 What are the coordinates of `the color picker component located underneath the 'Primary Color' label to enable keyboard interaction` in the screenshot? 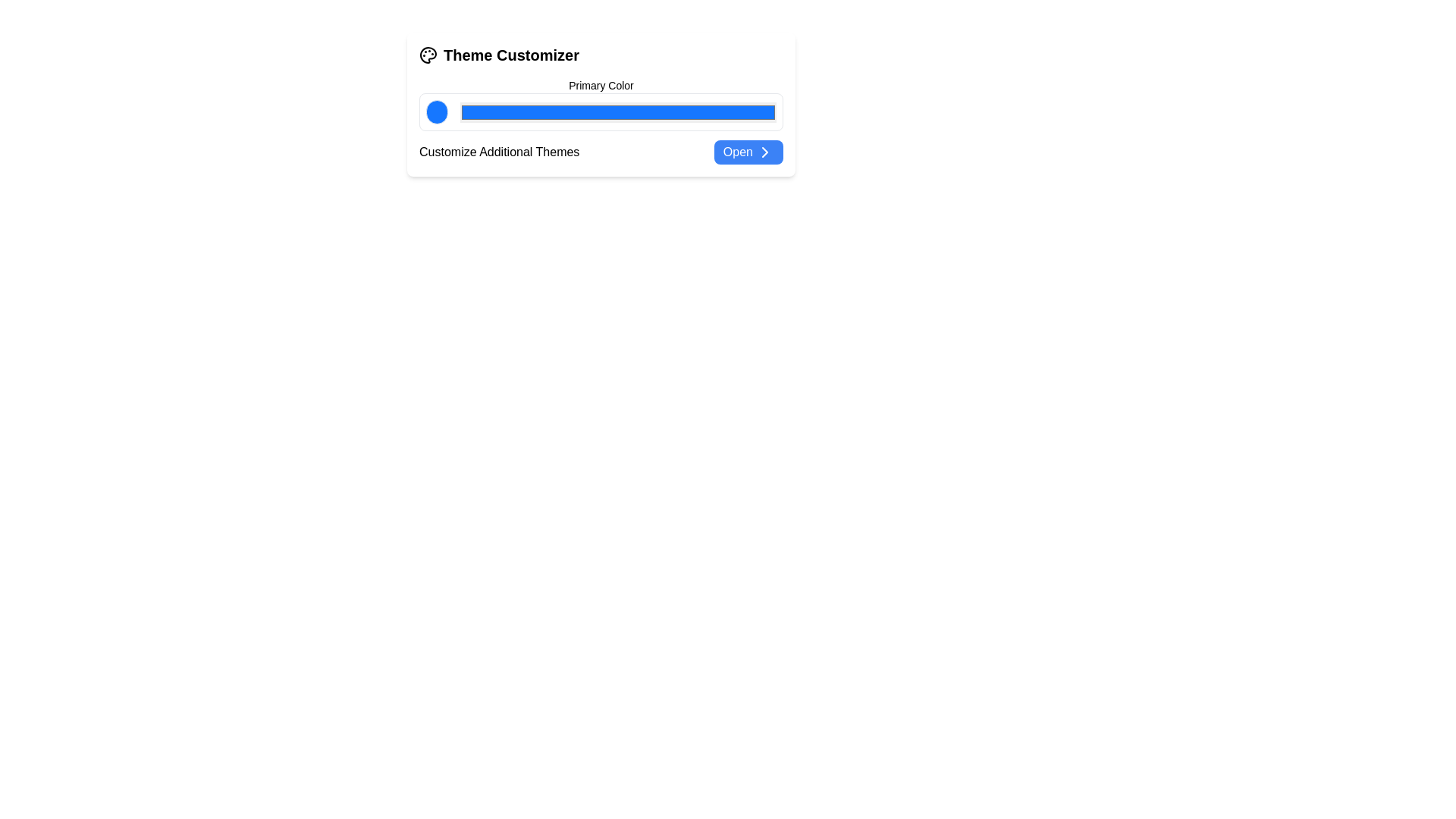 It's located at (600, 111).